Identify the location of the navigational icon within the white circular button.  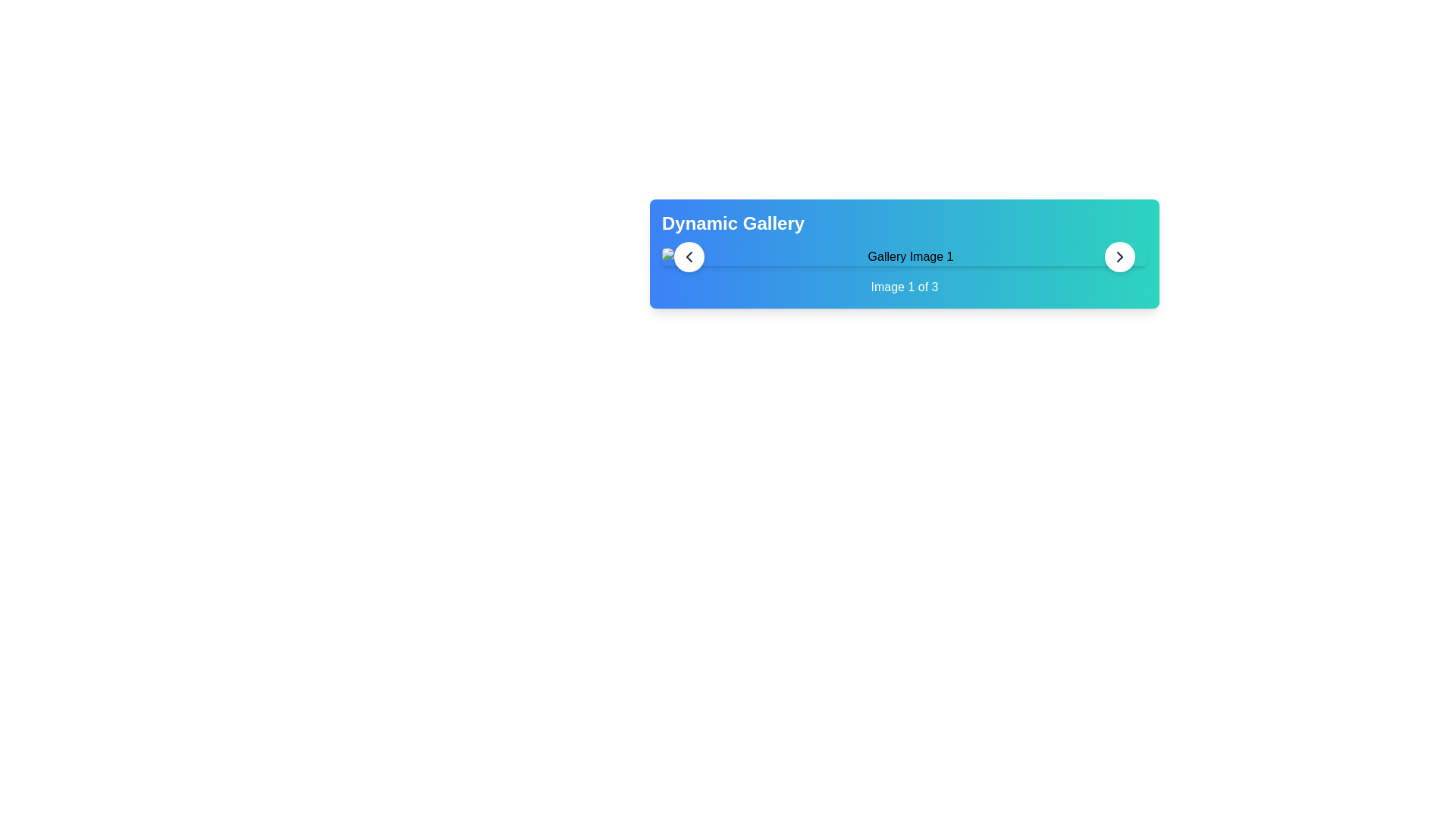
(688, 256).